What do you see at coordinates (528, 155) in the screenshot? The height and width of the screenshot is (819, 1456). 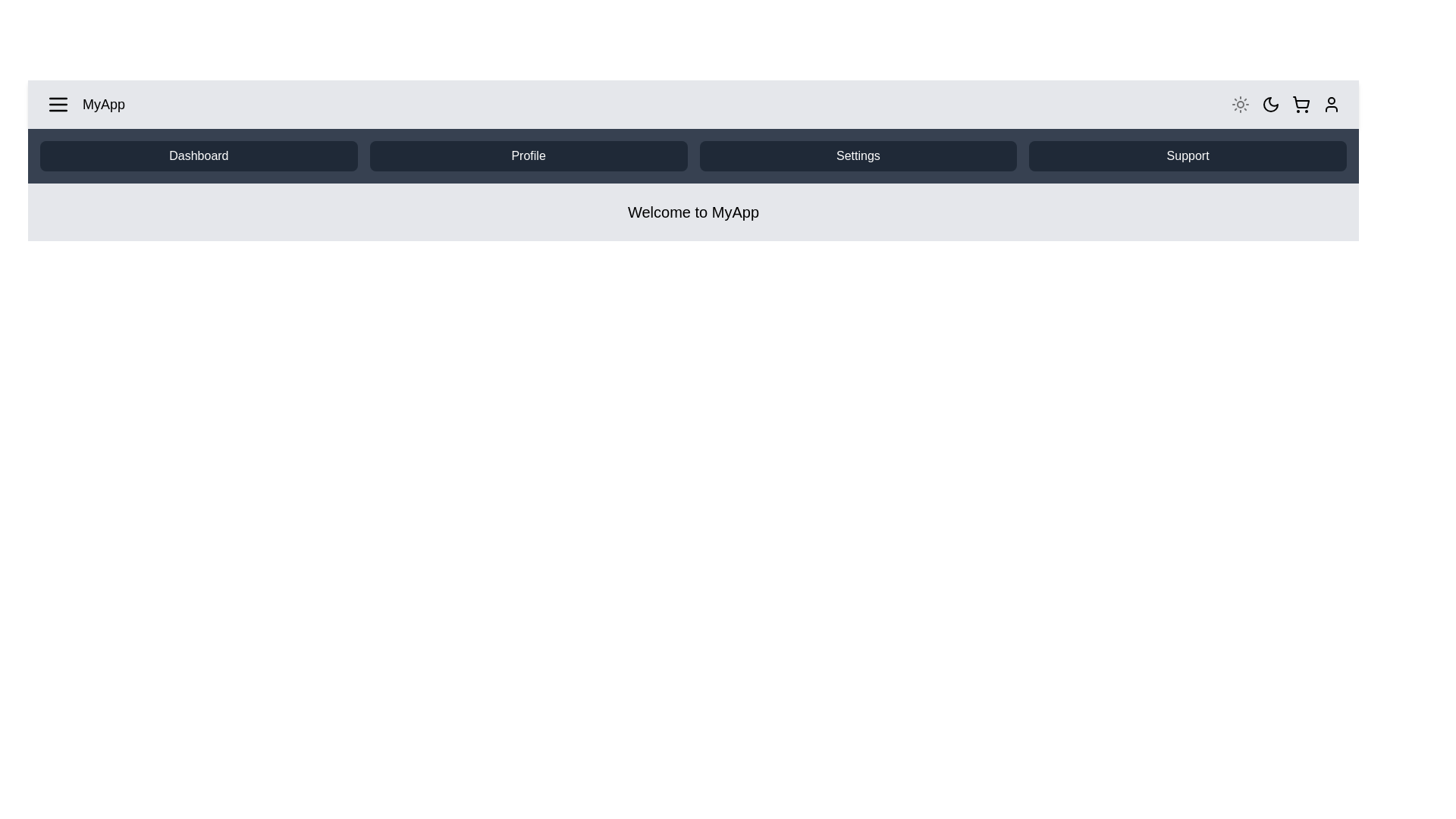 I see `the Profile button in the navigation bar` at bounding box center [528, 155].